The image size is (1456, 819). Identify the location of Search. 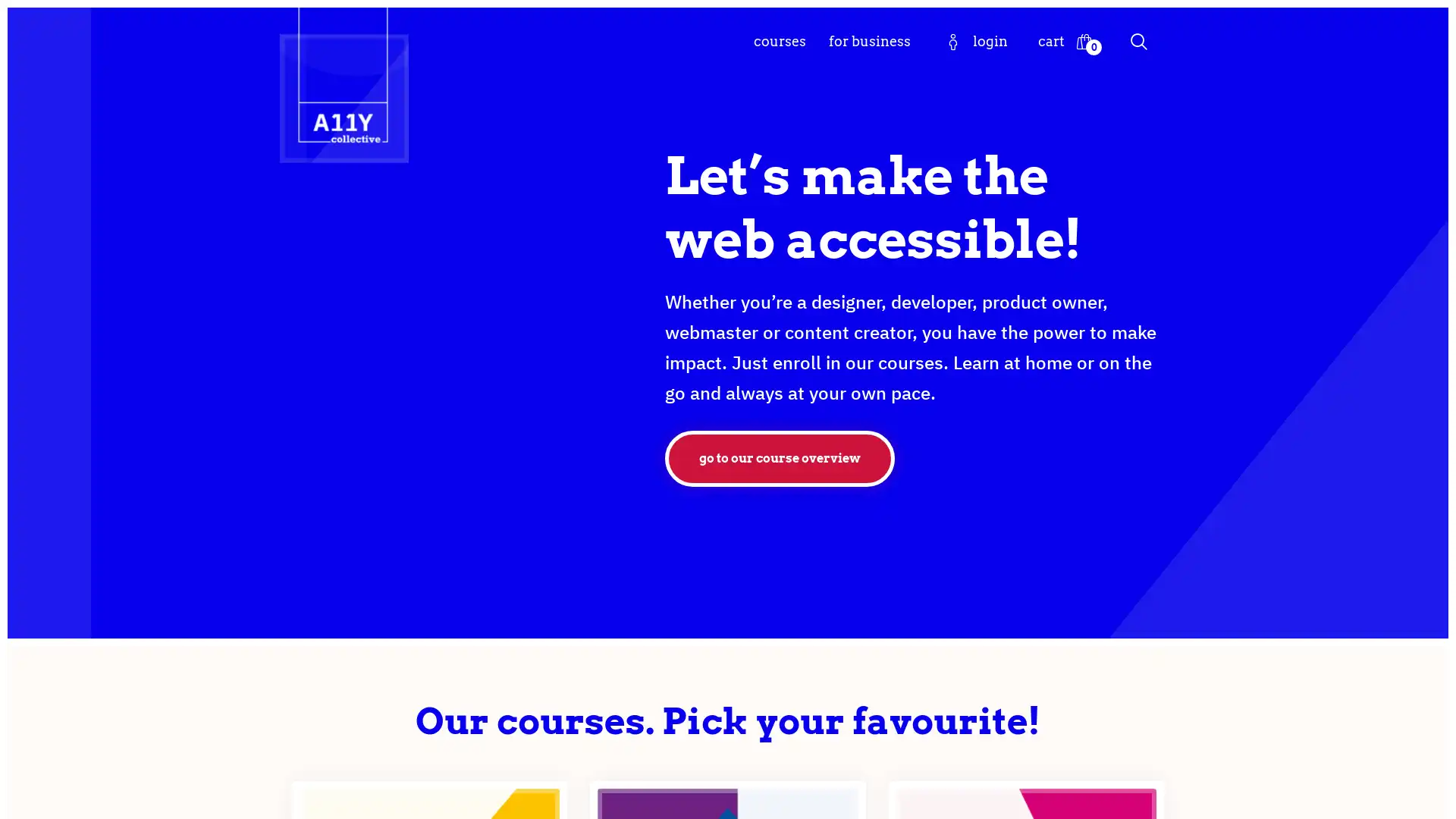
(1139, 40).